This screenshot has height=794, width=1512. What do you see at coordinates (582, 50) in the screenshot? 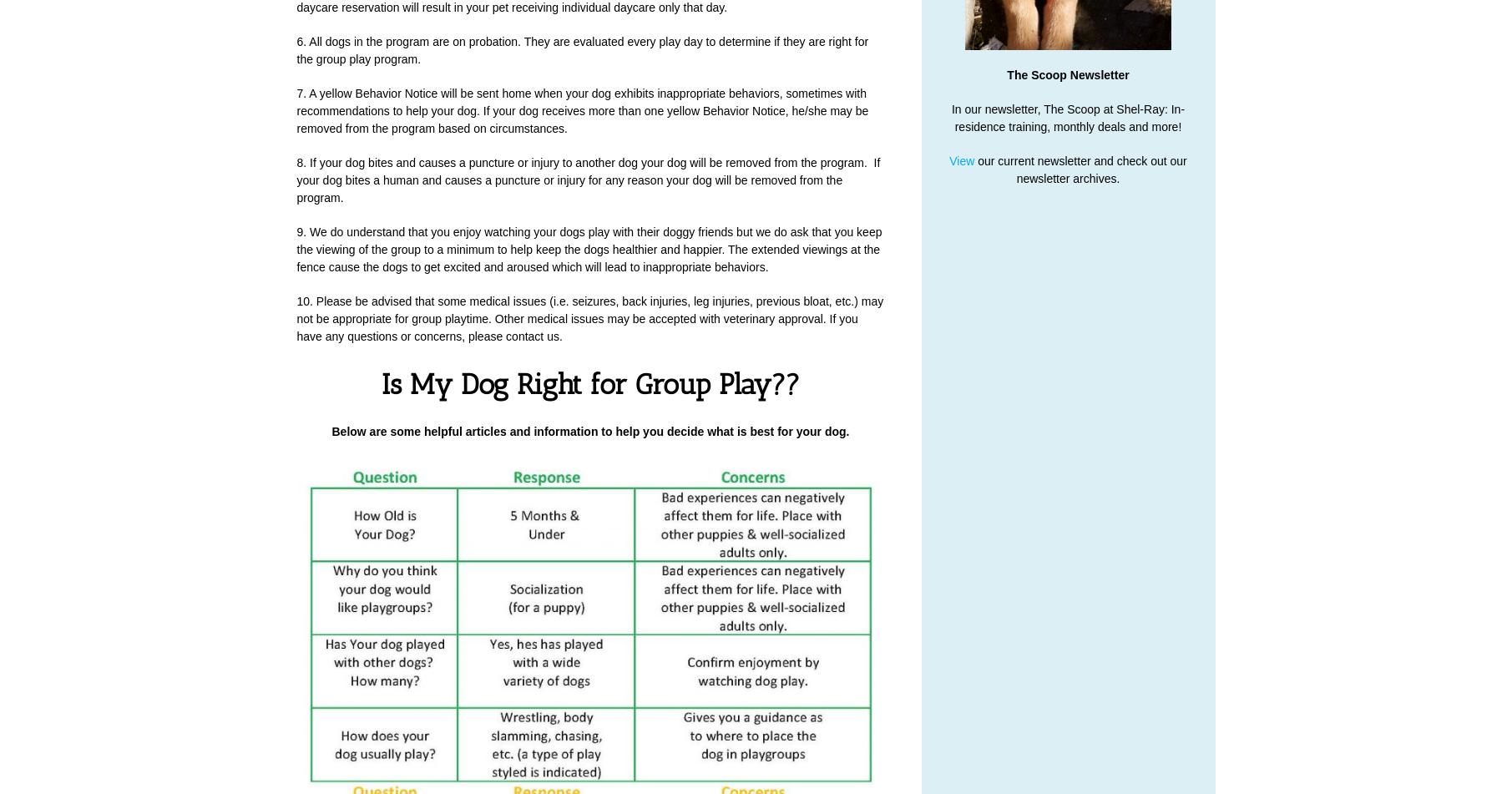
I see `'6. All dogs in the program are on probation. They are evaluated every play day to determine if they are right for the group play program.'` at bounding box center [582, 50].